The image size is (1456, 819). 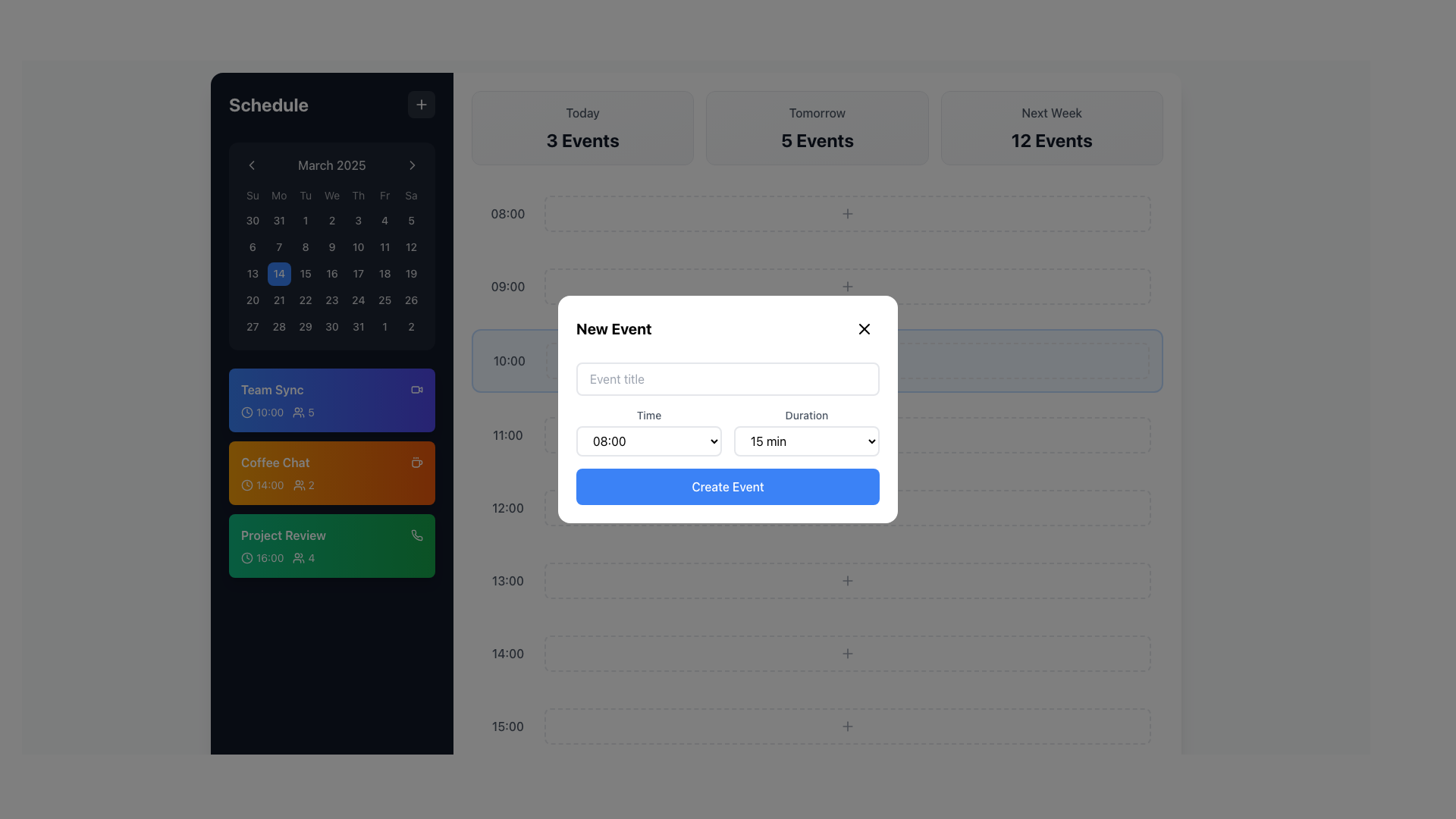 What do you see at coordinates (508, 725) in the screenshot?
I see `the static text label displaying '15:00' in gray font, positioned in the right section of the interface near the time slot in the daily calendar view` at bounding box center [508, 725].